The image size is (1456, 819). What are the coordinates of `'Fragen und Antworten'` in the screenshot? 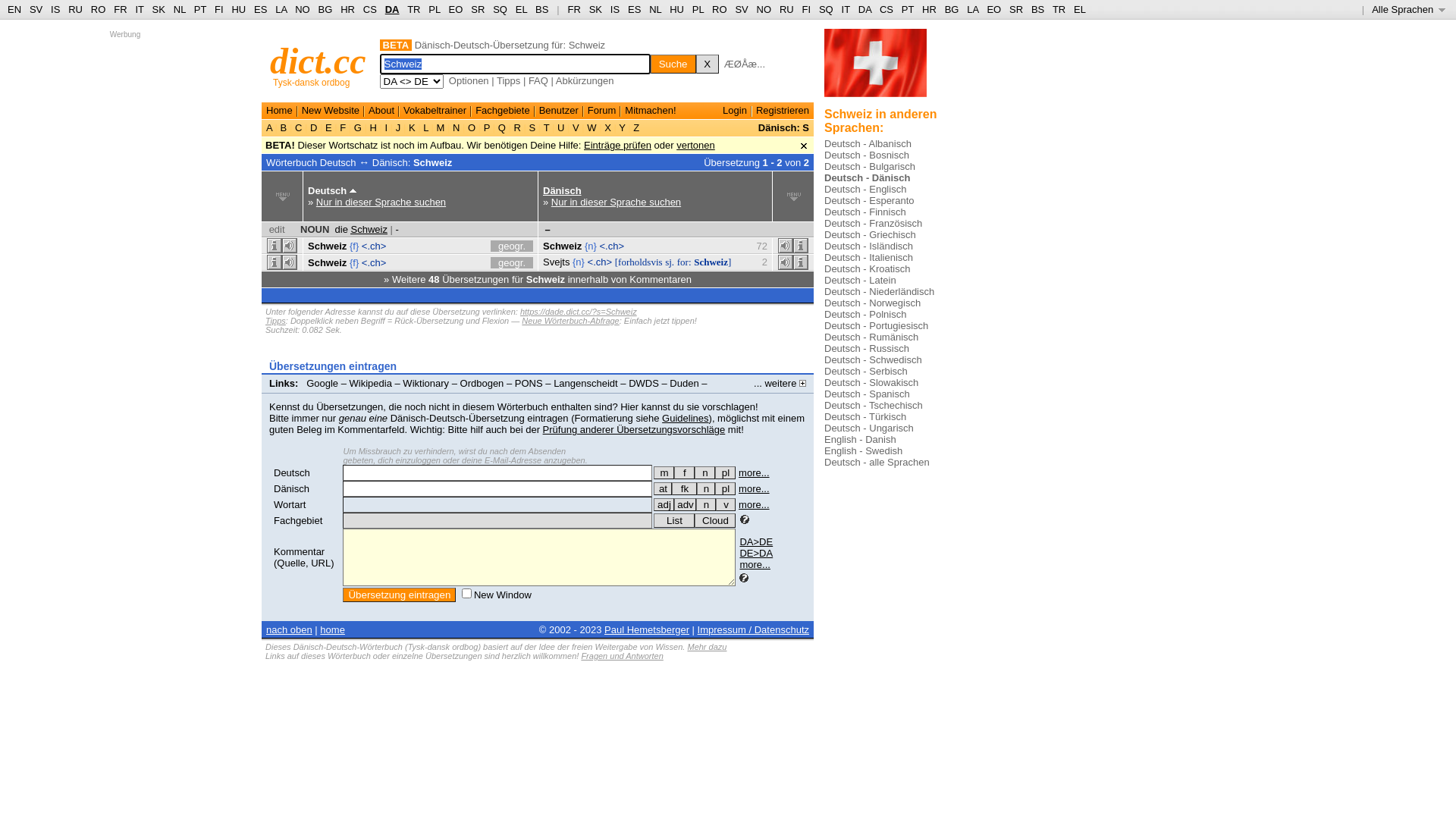 It's located at (622, 654).